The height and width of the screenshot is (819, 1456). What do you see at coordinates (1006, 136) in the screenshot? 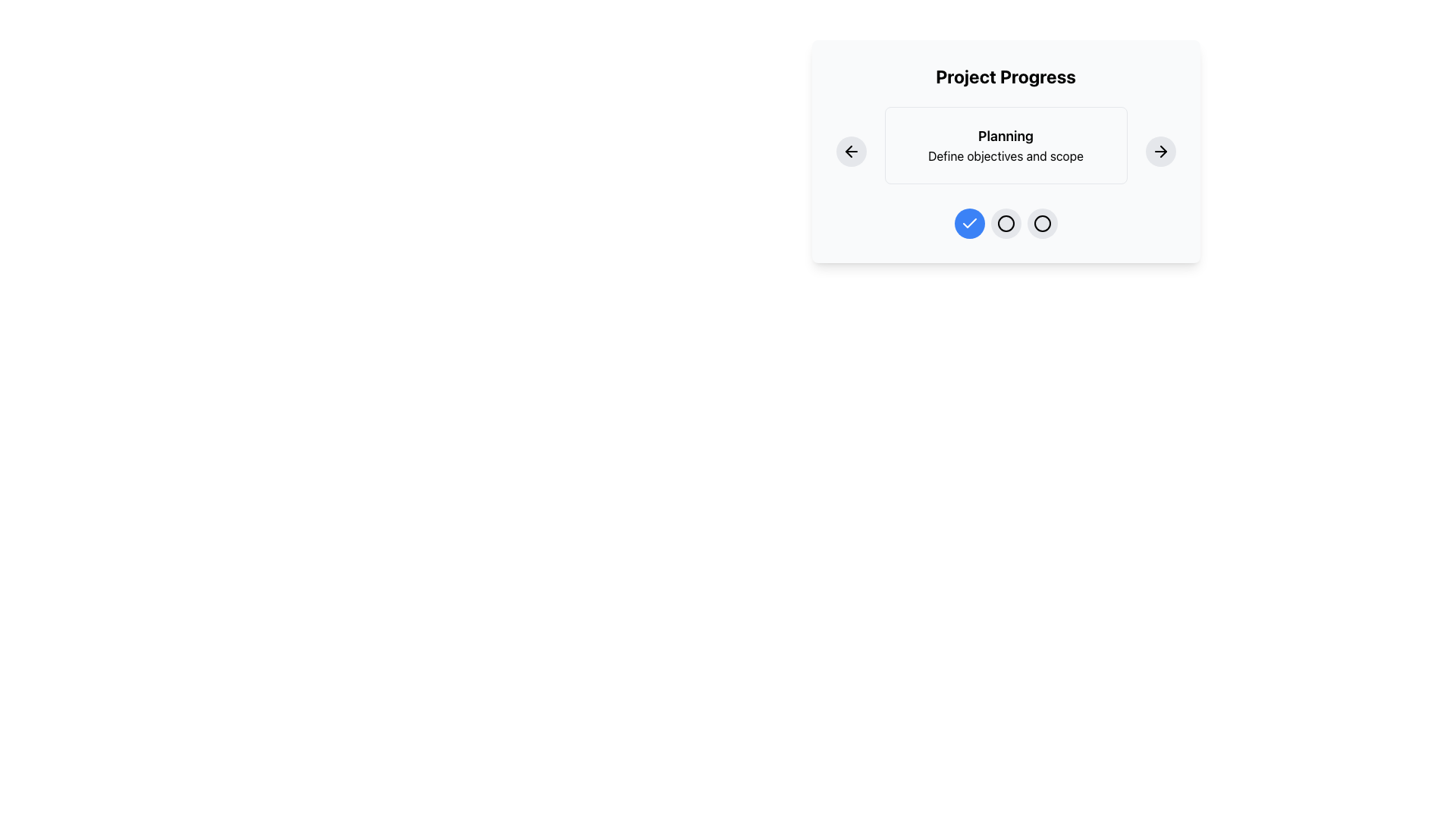
I see `header text located at the center of the white card-like section above the text 'Define objectives and scope'` at bounding box center [1006, 136].